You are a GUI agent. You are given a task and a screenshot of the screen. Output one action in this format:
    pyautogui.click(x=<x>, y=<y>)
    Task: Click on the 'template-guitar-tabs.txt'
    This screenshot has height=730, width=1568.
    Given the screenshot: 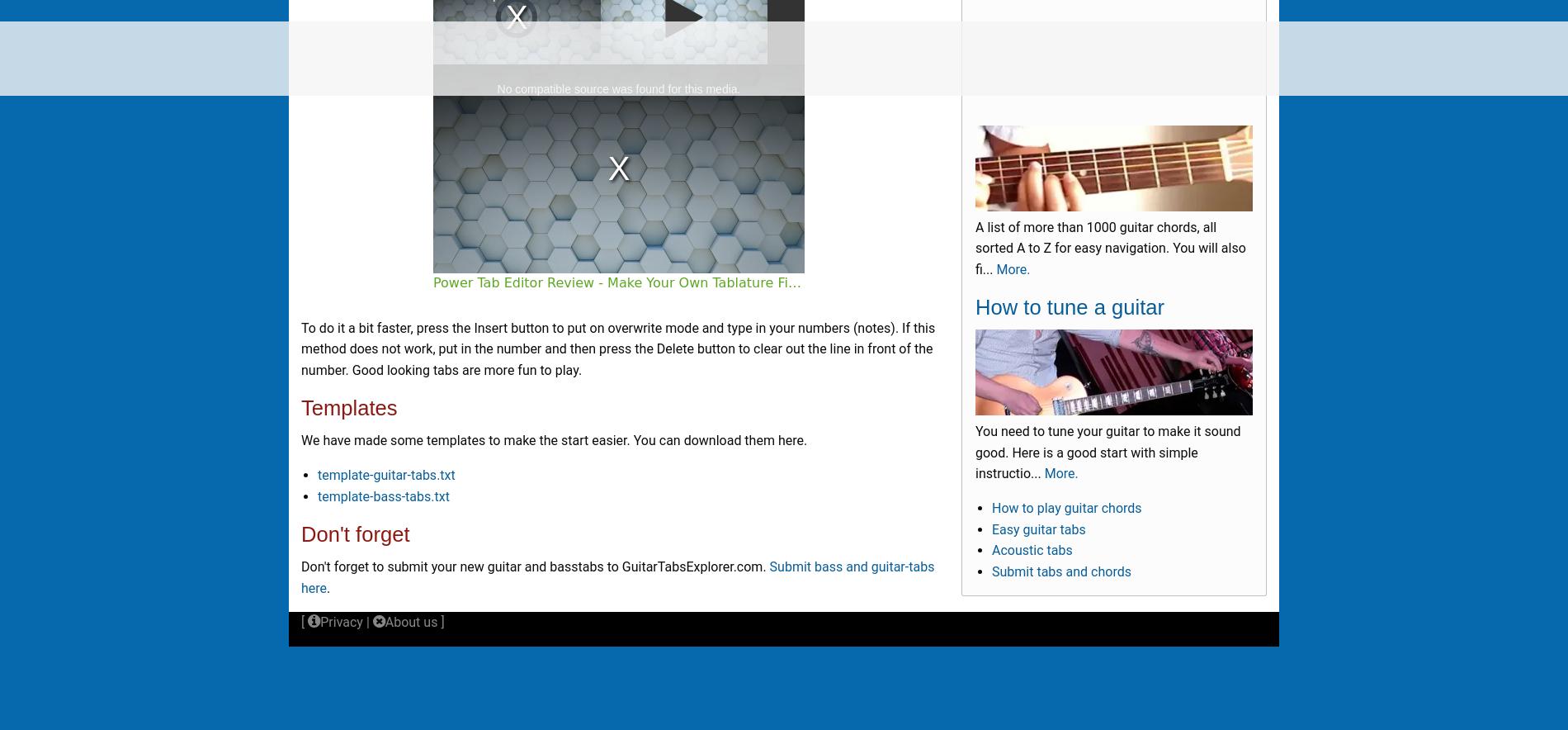 What is the action you would take?
    pyautogui.click(x=385, y=473)
    